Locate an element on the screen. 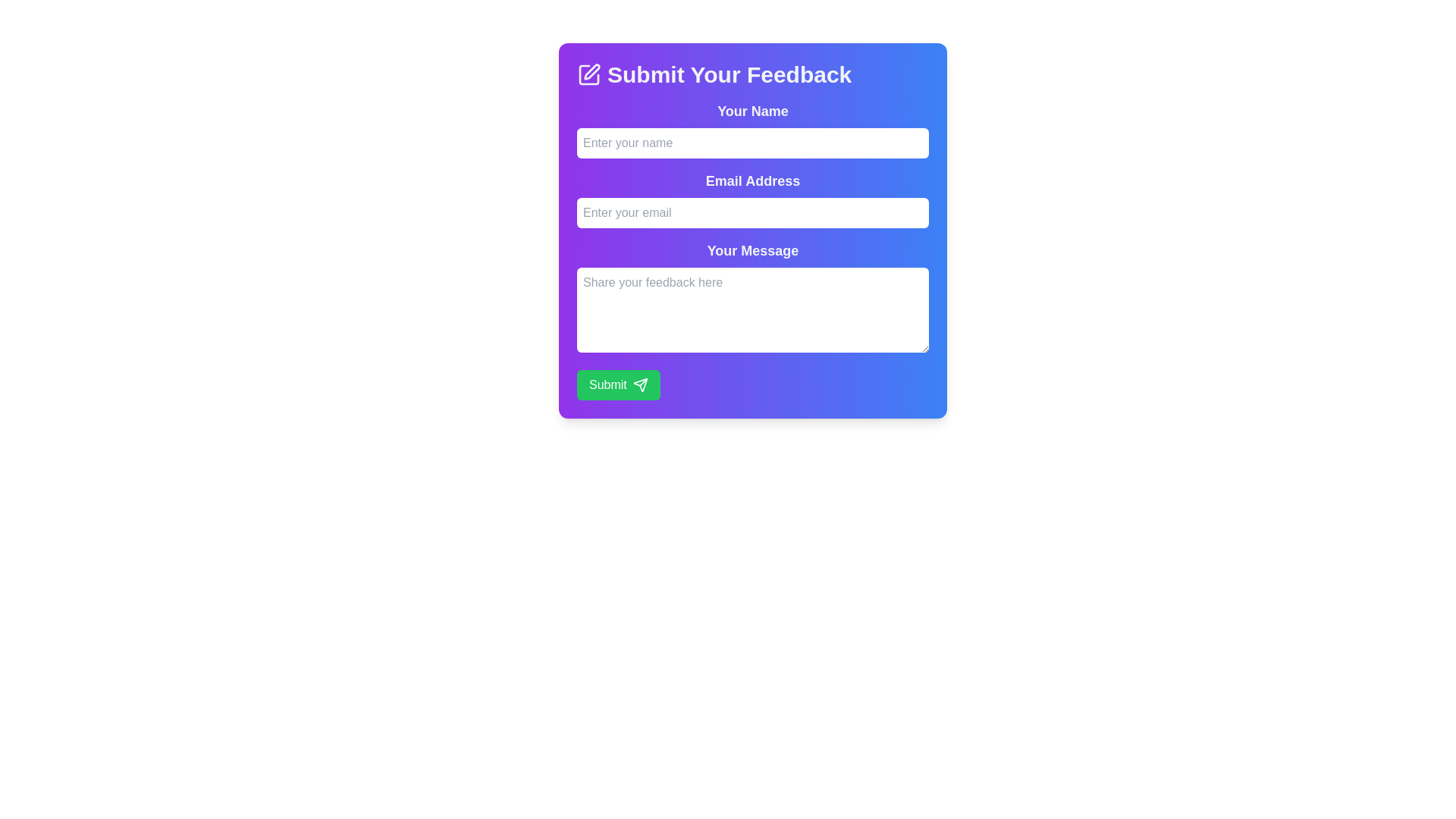  the edit icon represented by a square outline with a pen overlay, styled with a purple background, located in the top-left corner of the feedback submission form to observe its tooltip or context is located at coordinates (588, 75).